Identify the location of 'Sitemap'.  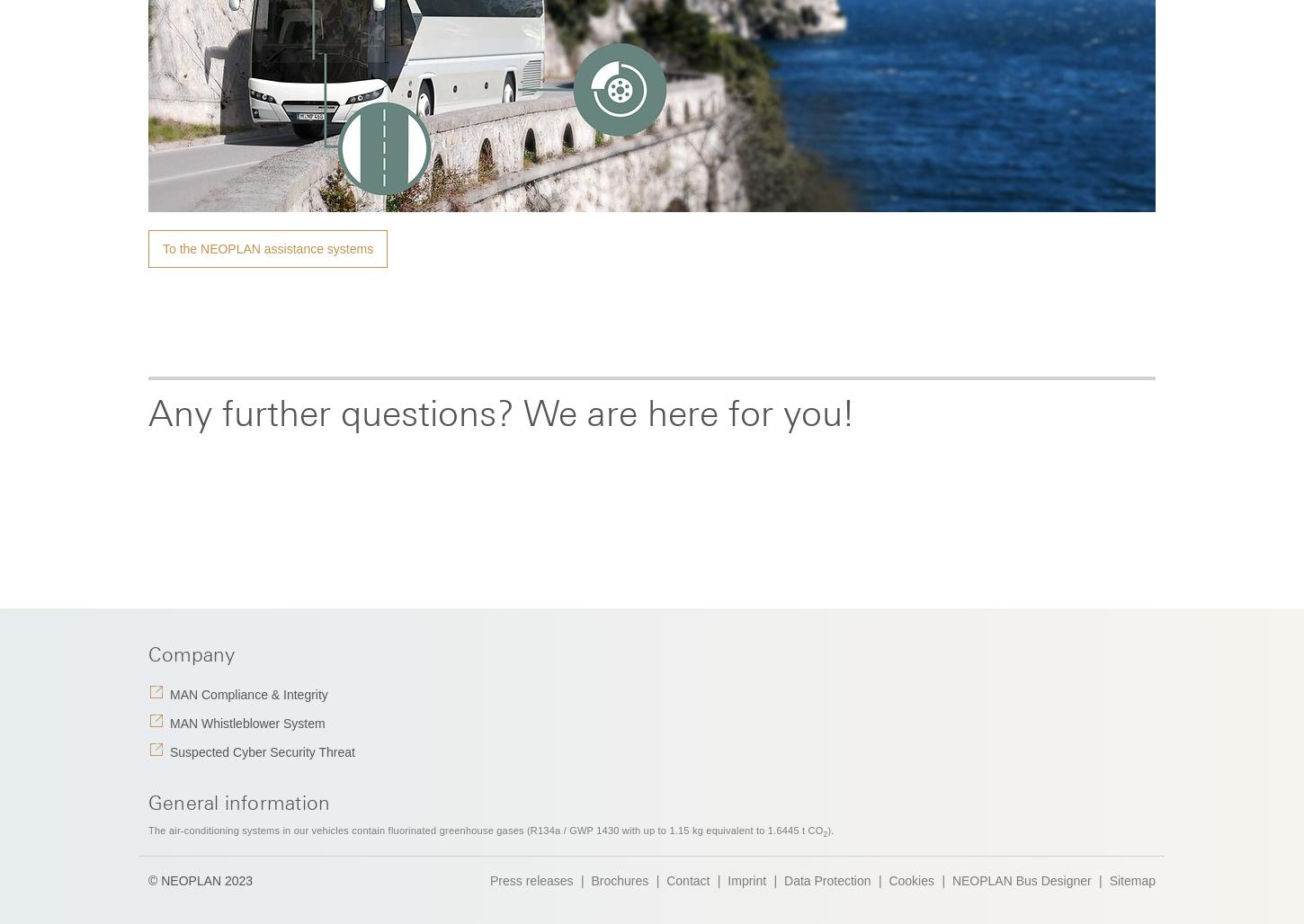
(1132, 879).